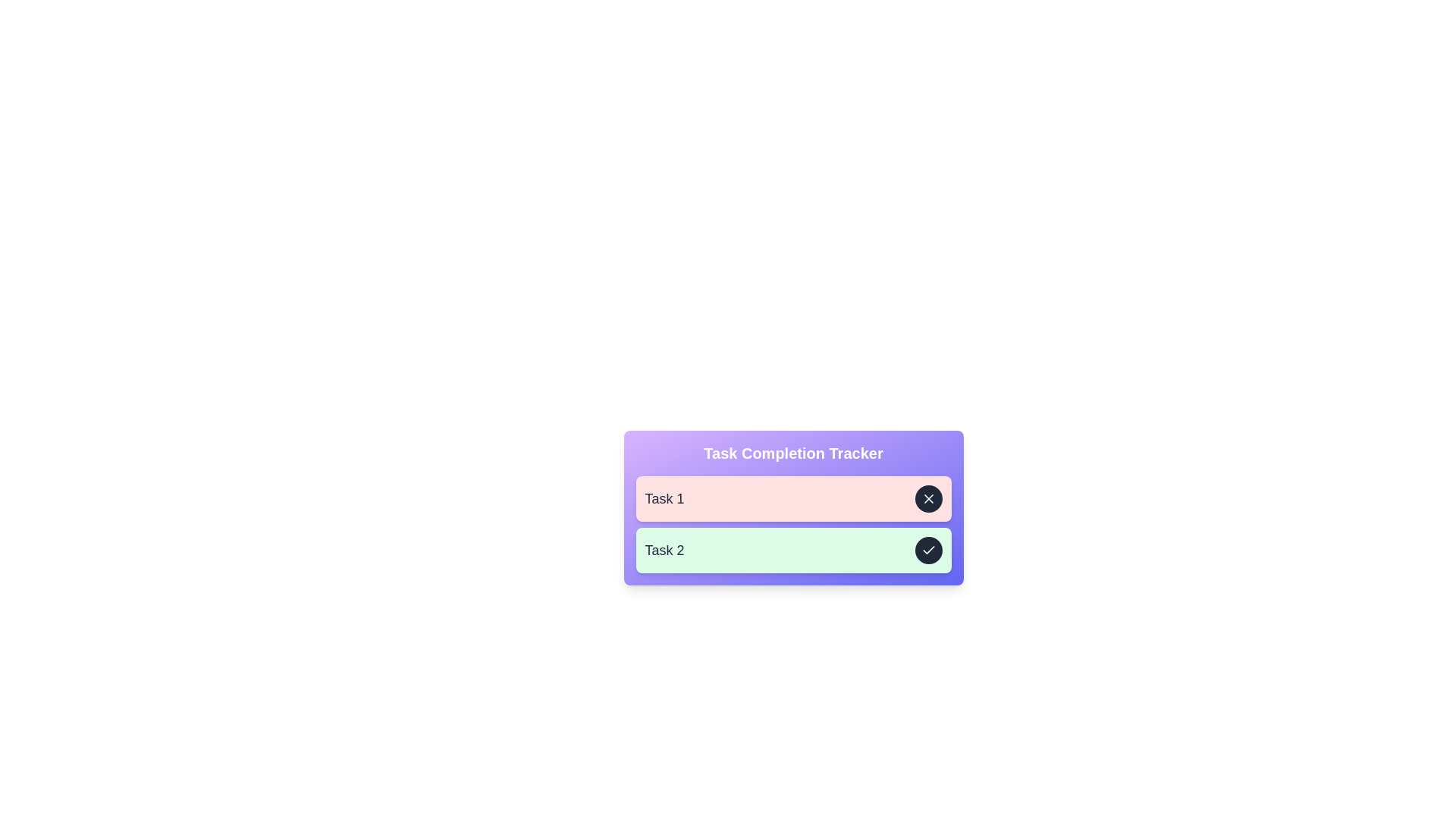  I want to click on the list of task items in the 'Task Completion Tracker' card, so click(792, 523).